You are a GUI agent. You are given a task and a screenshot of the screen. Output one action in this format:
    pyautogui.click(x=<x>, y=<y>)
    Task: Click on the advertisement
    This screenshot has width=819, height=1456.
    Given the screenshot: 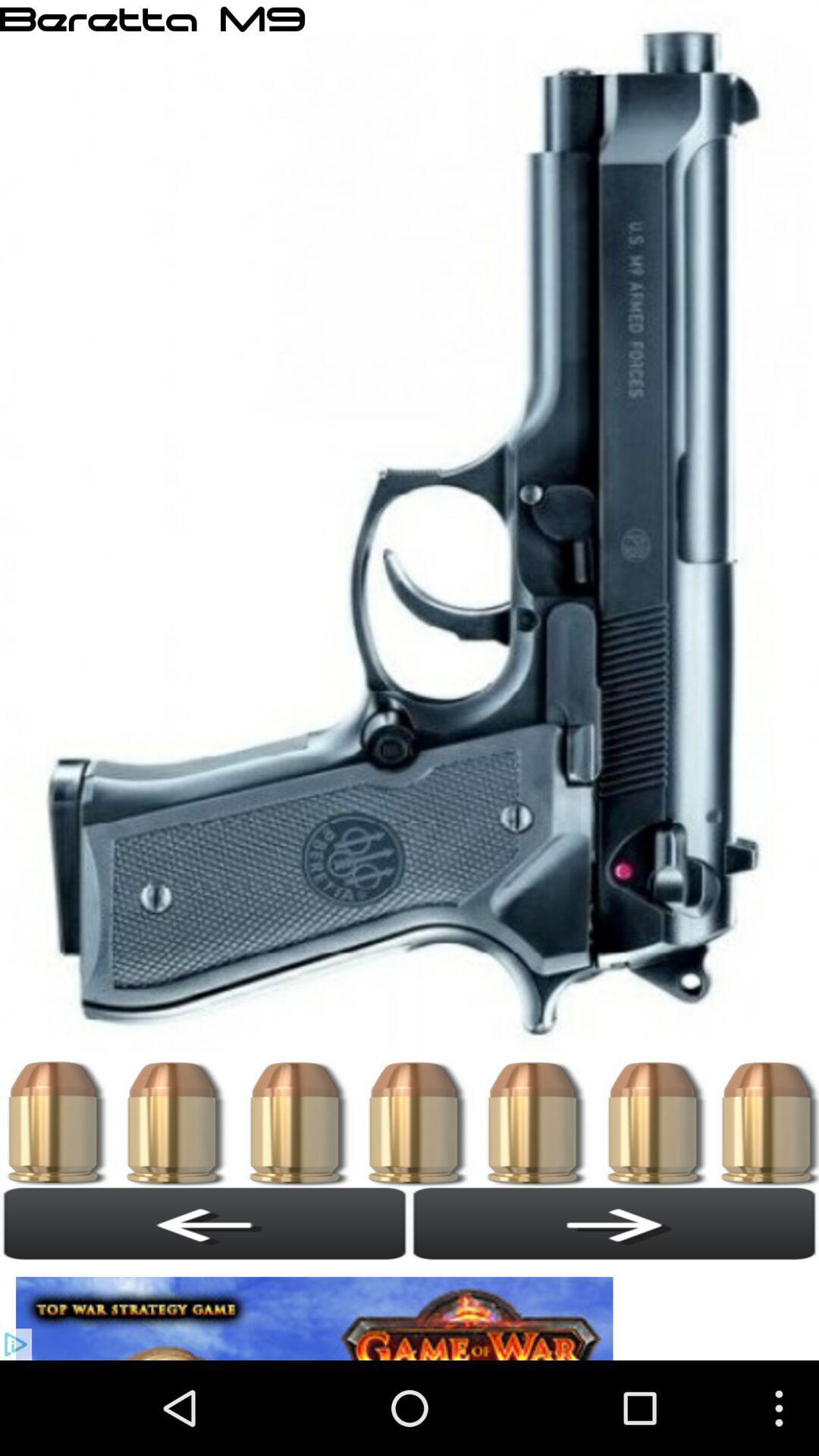 What is the action you would take?
    pyautogui.click(x=318, y=1310)
    